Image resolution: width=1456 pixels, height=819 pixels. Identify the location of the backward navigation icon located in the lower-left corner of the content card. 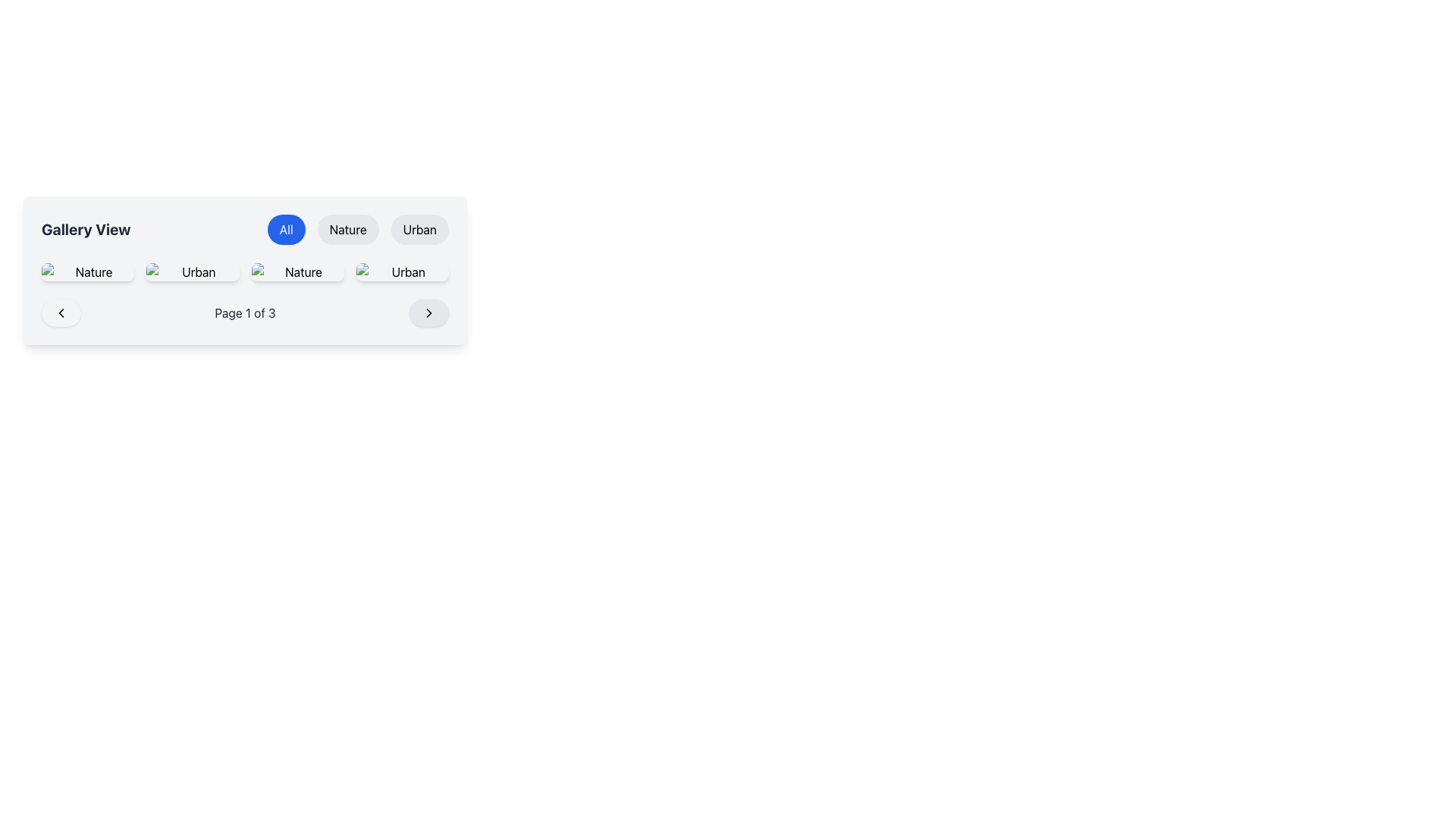
(61, 312).